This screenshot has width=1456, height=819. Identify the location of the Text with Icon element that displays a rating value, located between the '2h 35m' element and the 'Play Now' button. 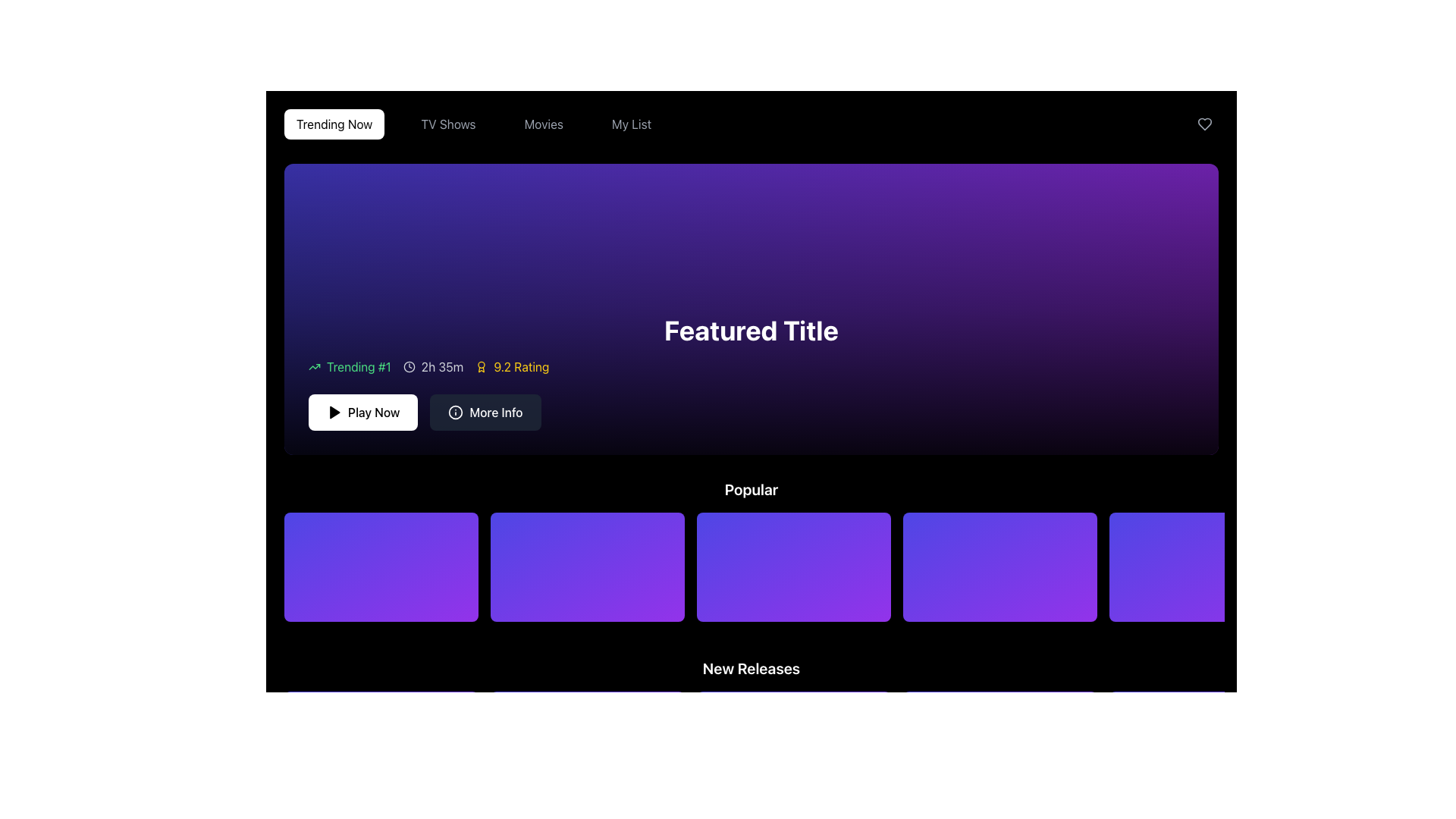
(512, 366).